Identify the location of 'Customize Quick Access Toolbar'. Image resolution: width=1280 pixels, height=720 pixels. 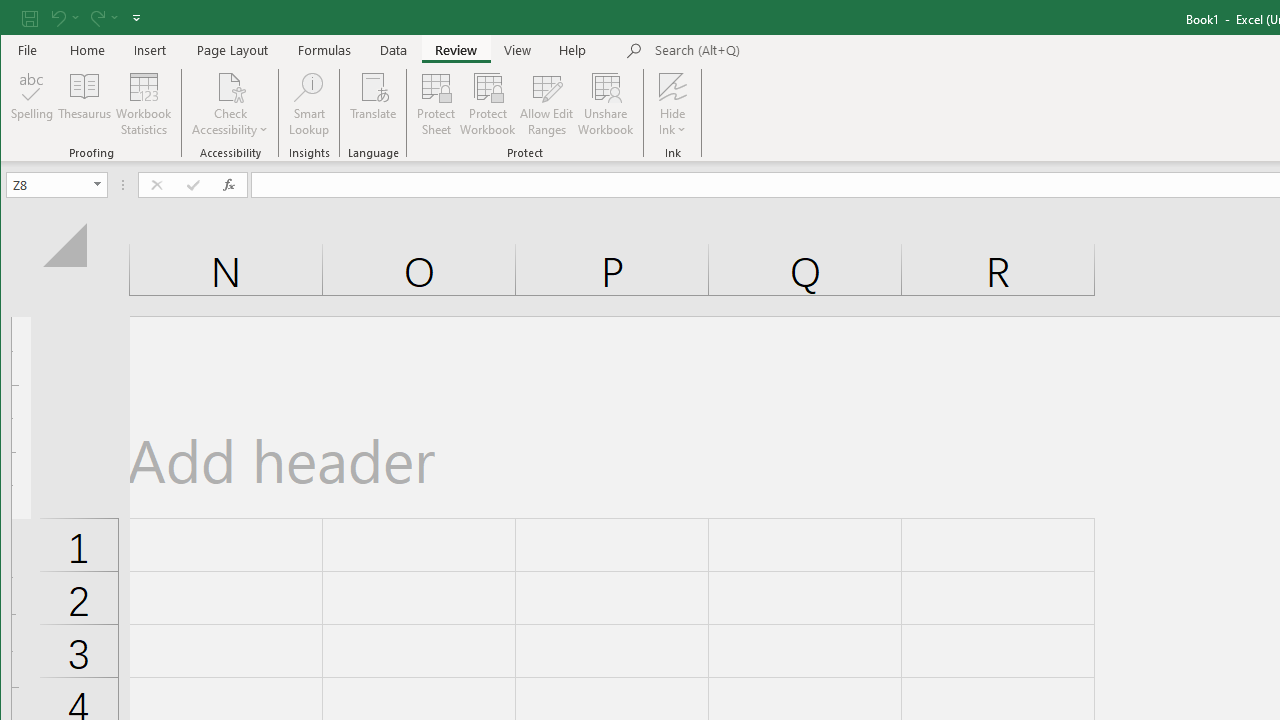
(135, 17).